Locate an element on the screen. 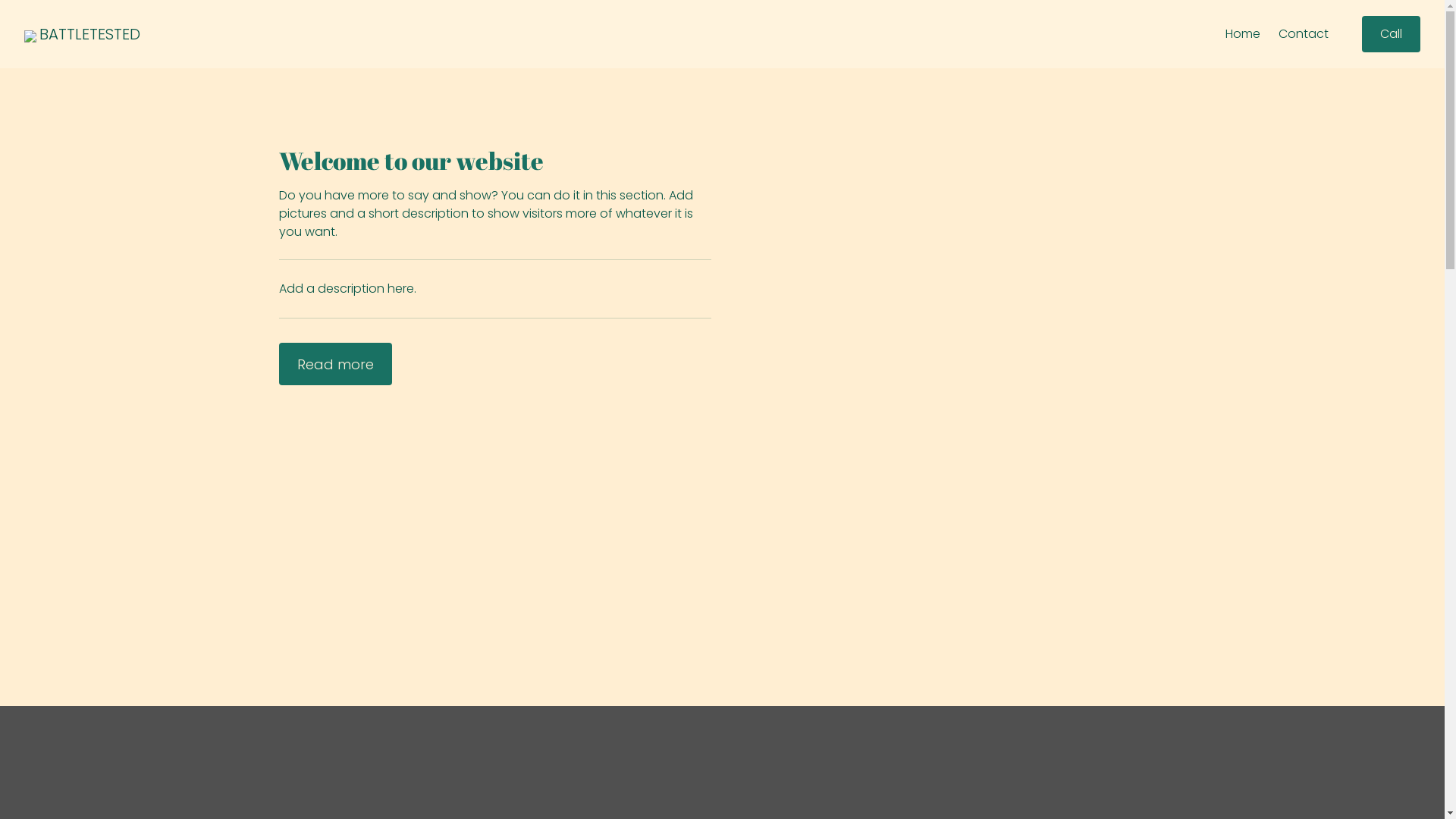  'Call' is located at coordinates (1391, 34).